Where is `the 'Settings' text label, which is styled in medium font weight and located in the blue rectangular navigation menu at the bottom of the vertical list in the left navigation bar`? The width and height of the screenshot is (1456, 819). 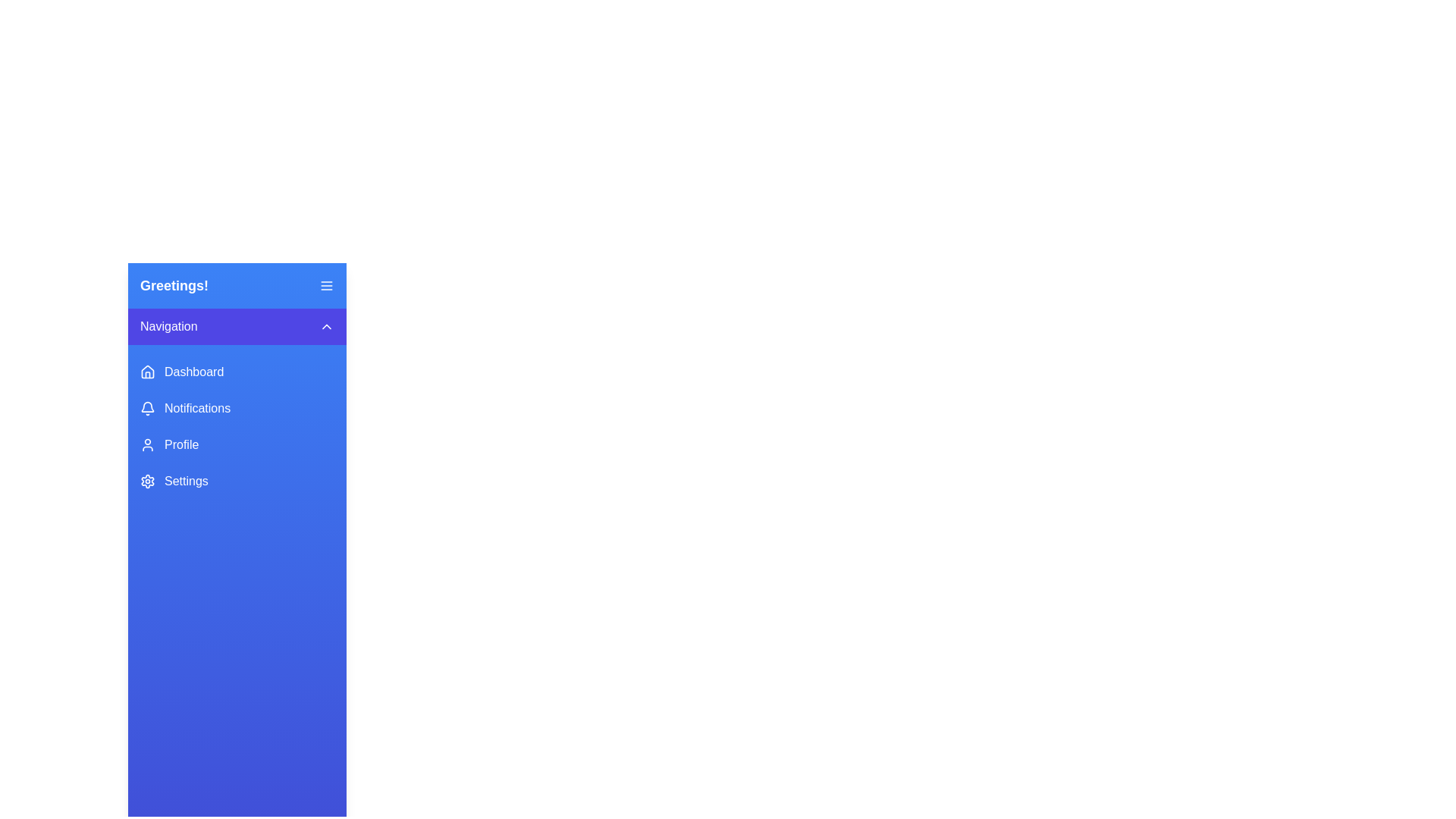 the 'Settings' text label, which is styled in medium font weight and located in the blue rectangular navigation menu at the bottom of the vertical list in the left navigation bar is located at coordinates (185, 482).